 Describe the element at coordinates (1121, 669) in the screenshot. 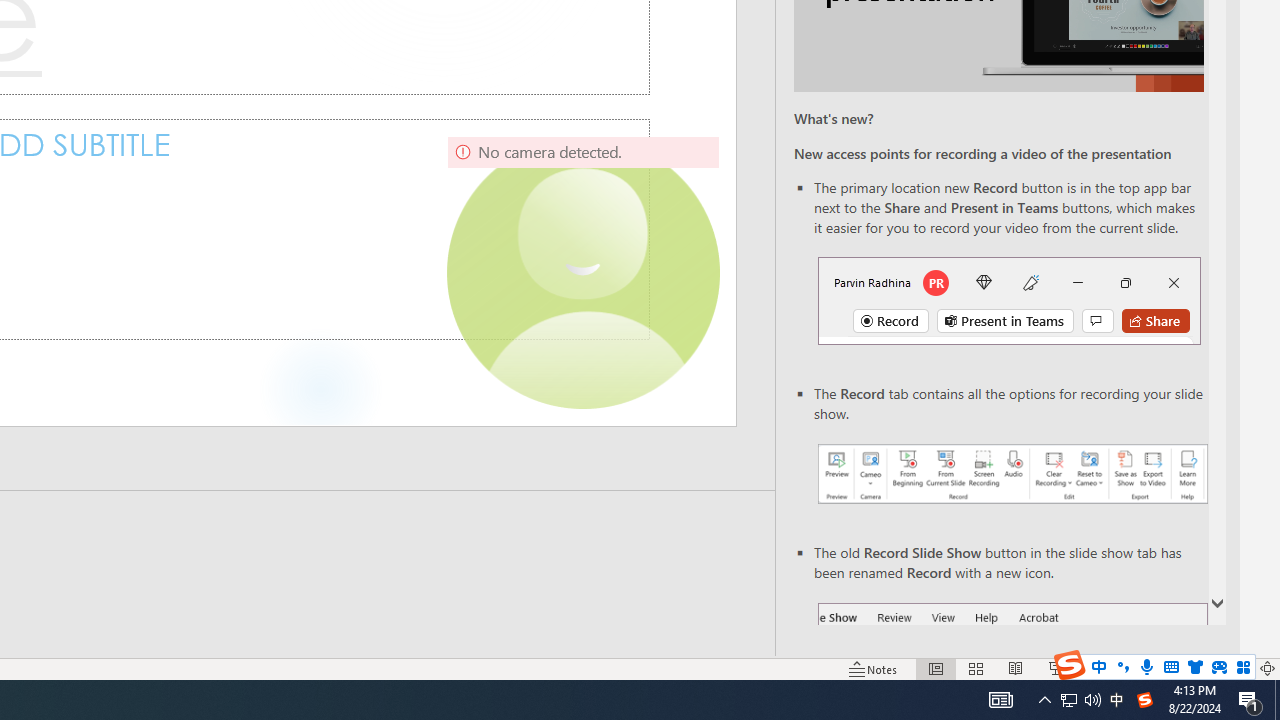

I see `'Zoom Out'` at that location.